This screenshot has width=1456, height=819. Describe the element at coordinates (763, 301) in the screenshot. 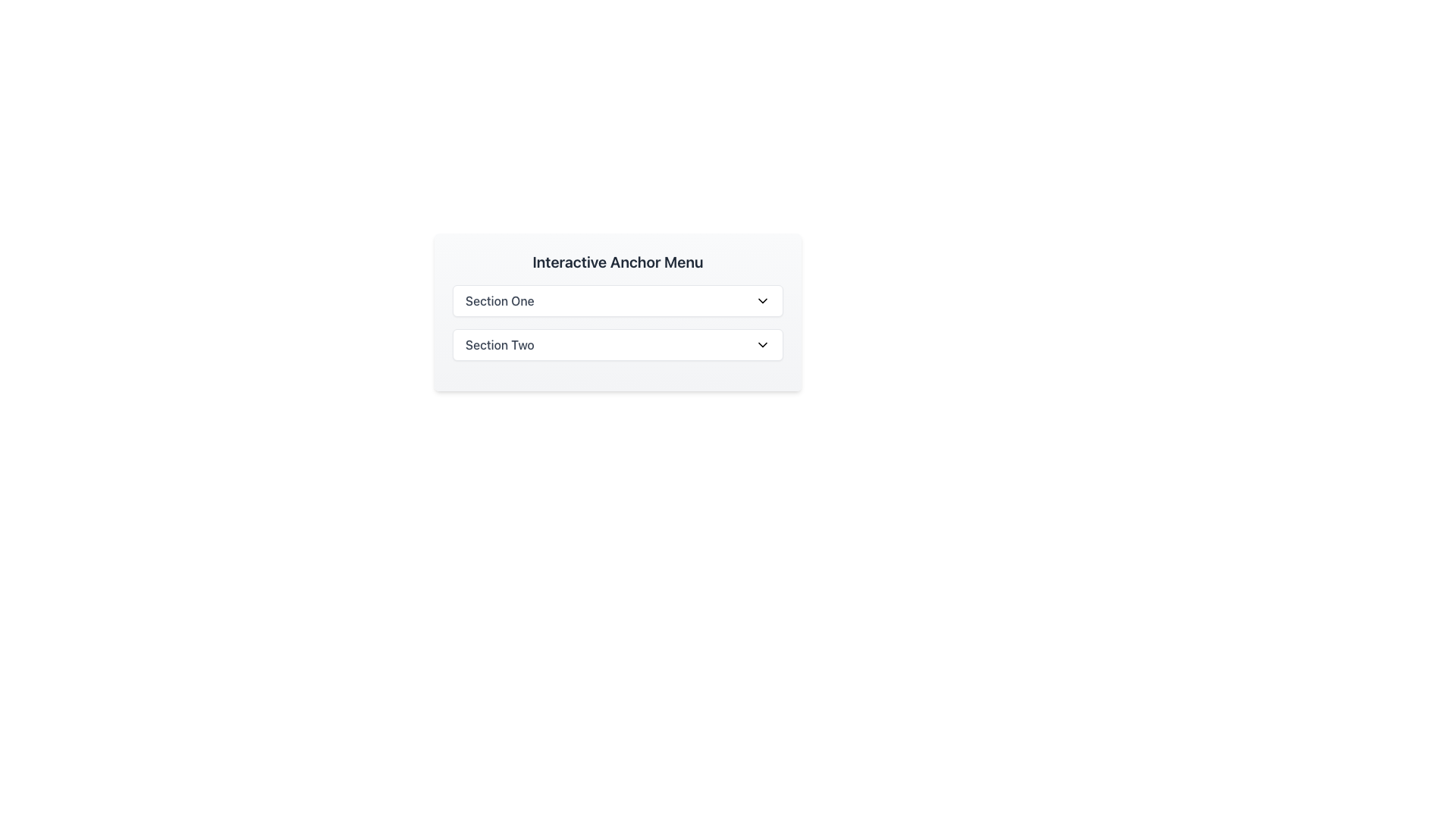

I see `the downward-pointing arrow icon located at the far-right of the 'Section One' bar` at that location.